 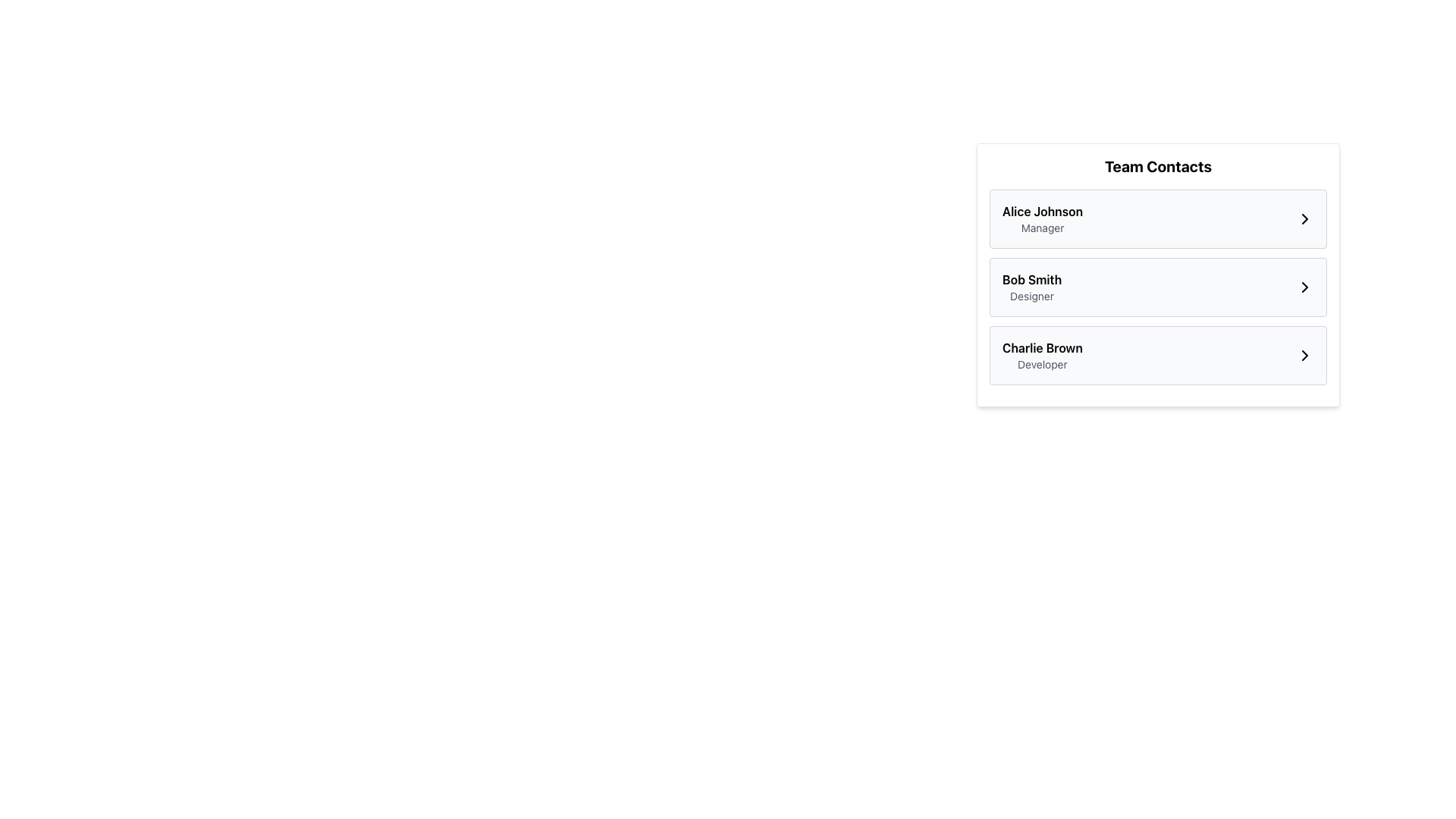 I want to click on the text label displaying the name of a team member in the contact list, located in the center of the card above the 'Designer' label, so click(x=1031, y=280).